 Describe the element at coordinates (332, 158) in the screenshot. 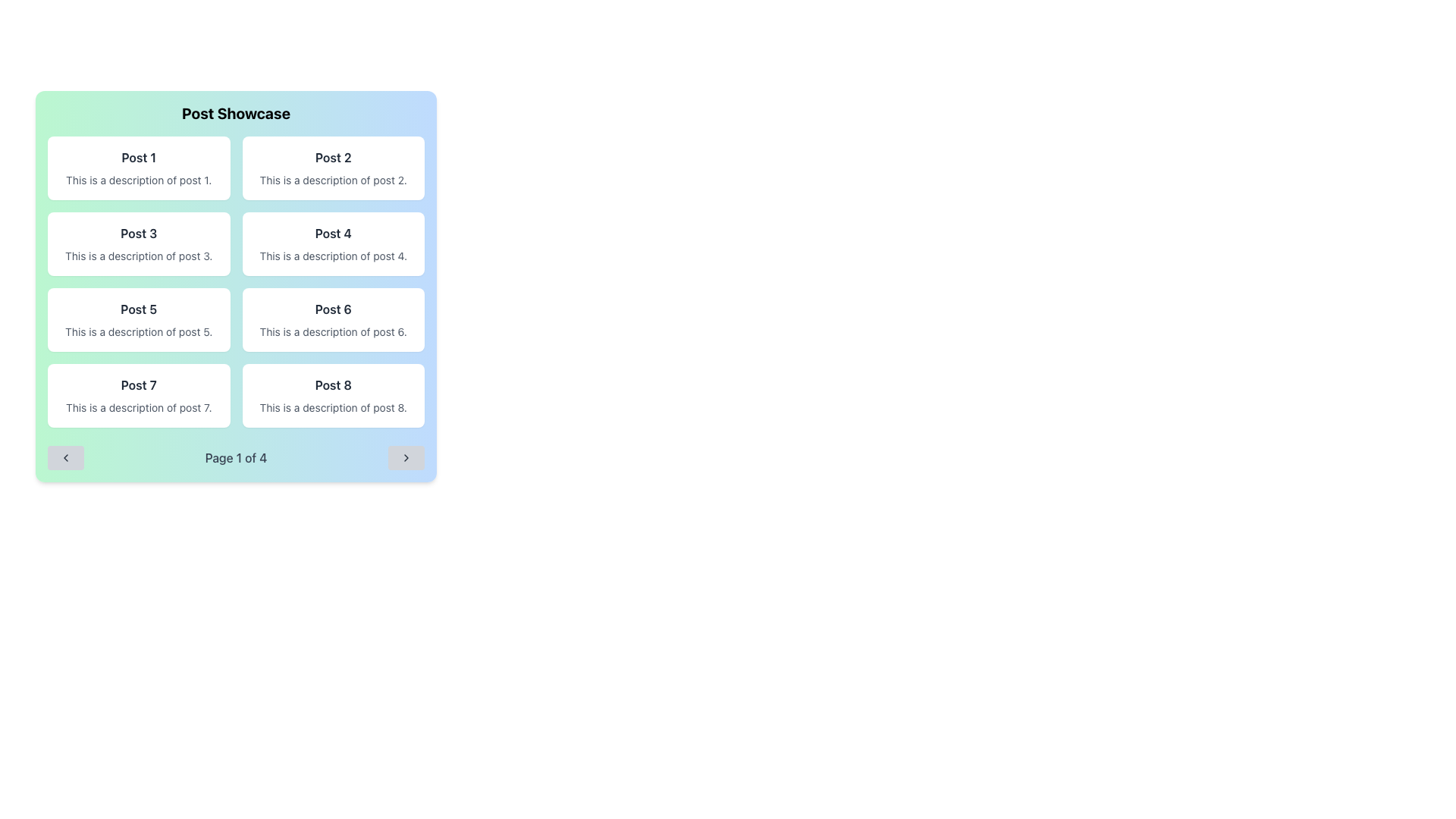

I see `heading text of the post title located in the second card of the first row in the 'Post Showcase' section` at that location.